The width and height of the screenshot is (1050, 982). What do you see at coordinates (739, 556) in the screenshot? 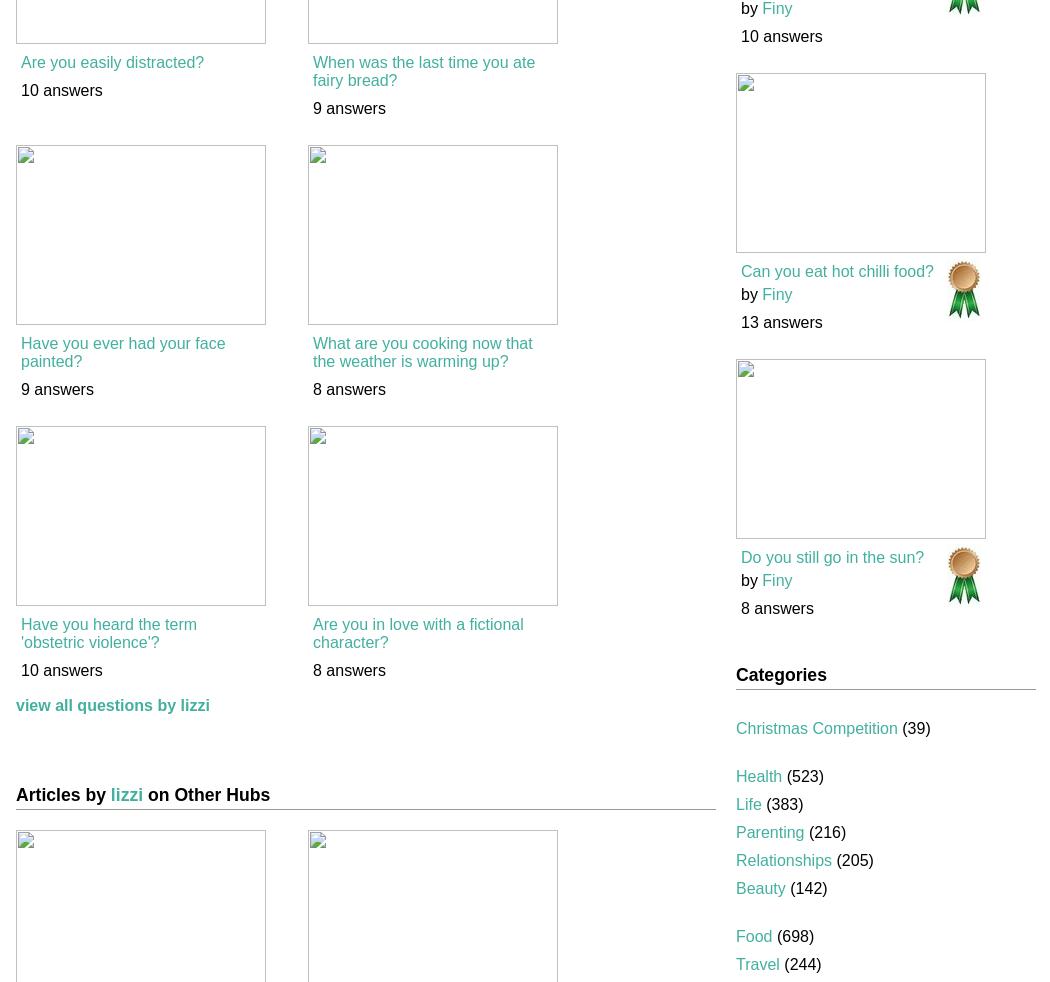
I see `'Do you still go in the sun?'` at bounding box center [739, 556].